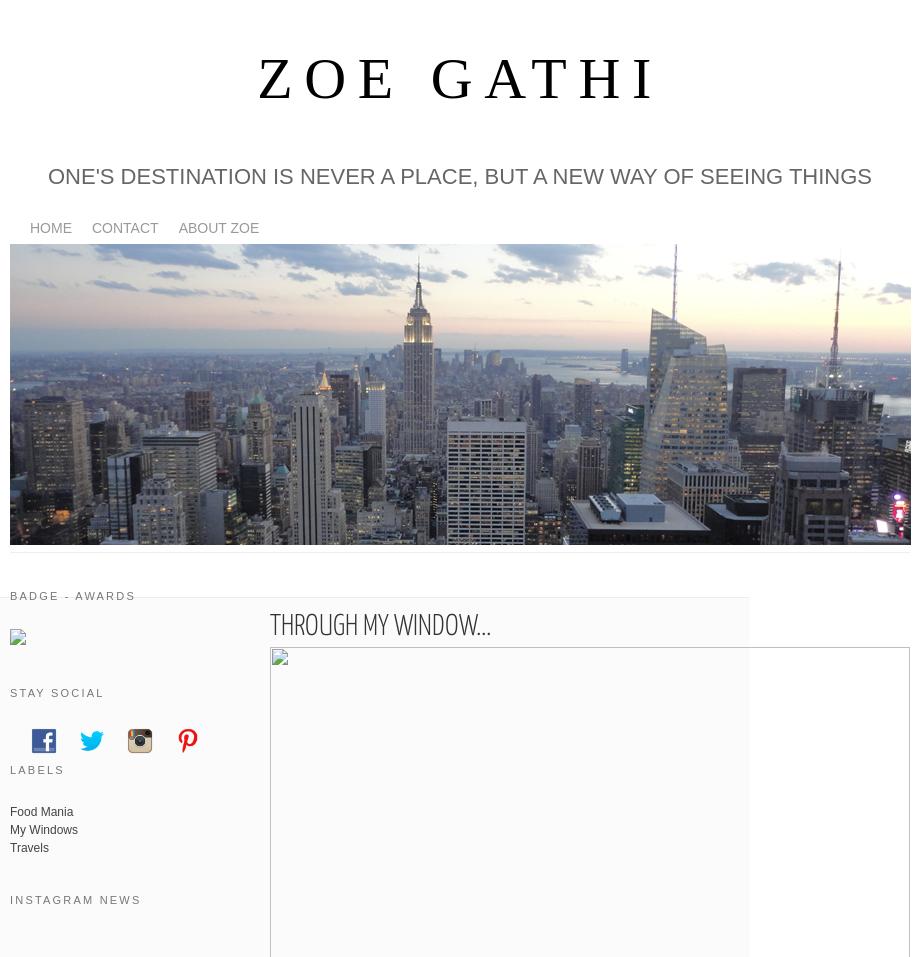 Image resolution: width=920 pixels, height=957 pixels. Describe the element at coordinates (10, 829) in the screenshot. I see `'My Windows'` at that location.